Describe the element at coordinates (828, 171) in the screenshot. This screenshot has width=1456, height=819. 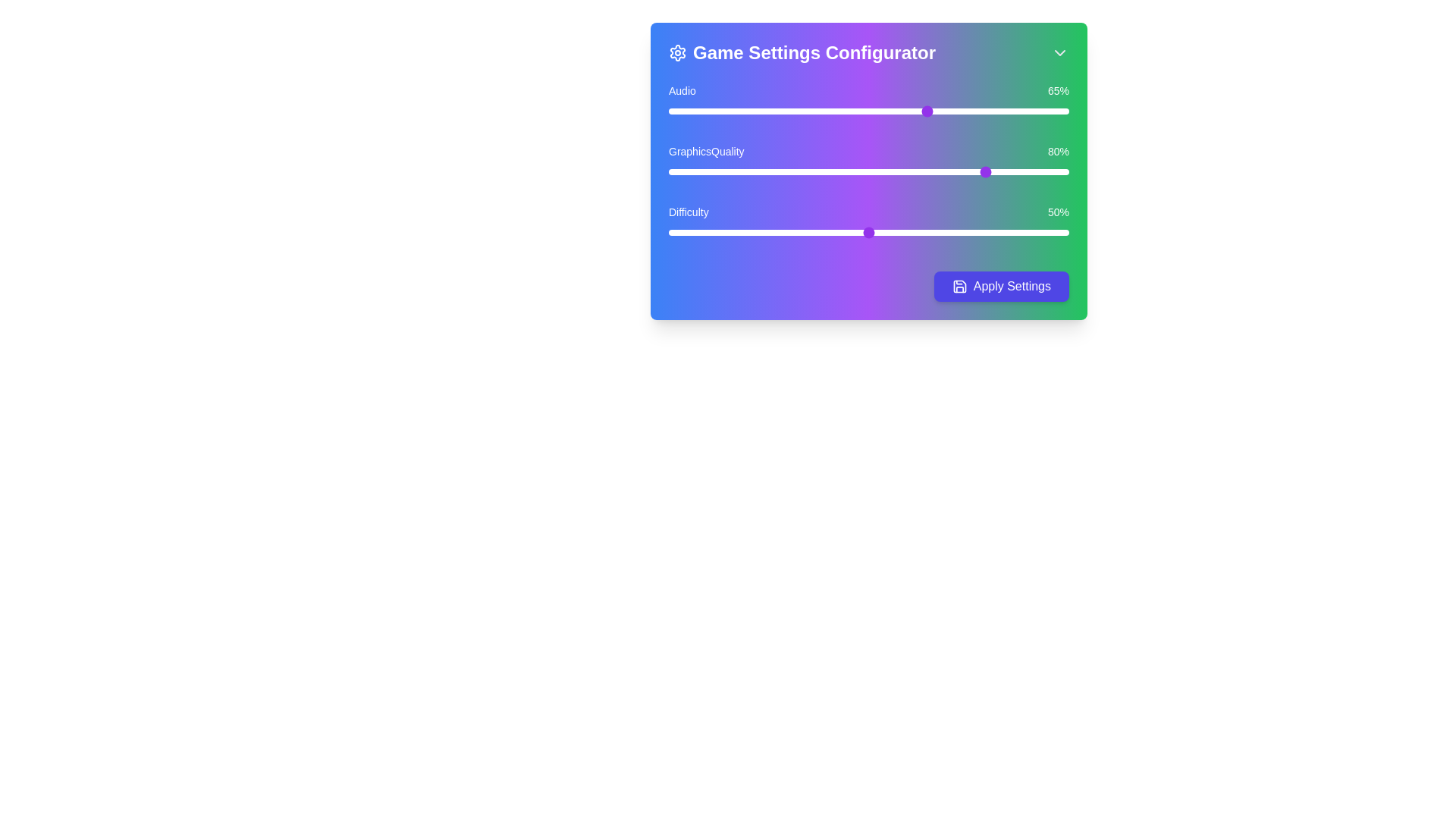
I see `the Graphics Quality` at that location.